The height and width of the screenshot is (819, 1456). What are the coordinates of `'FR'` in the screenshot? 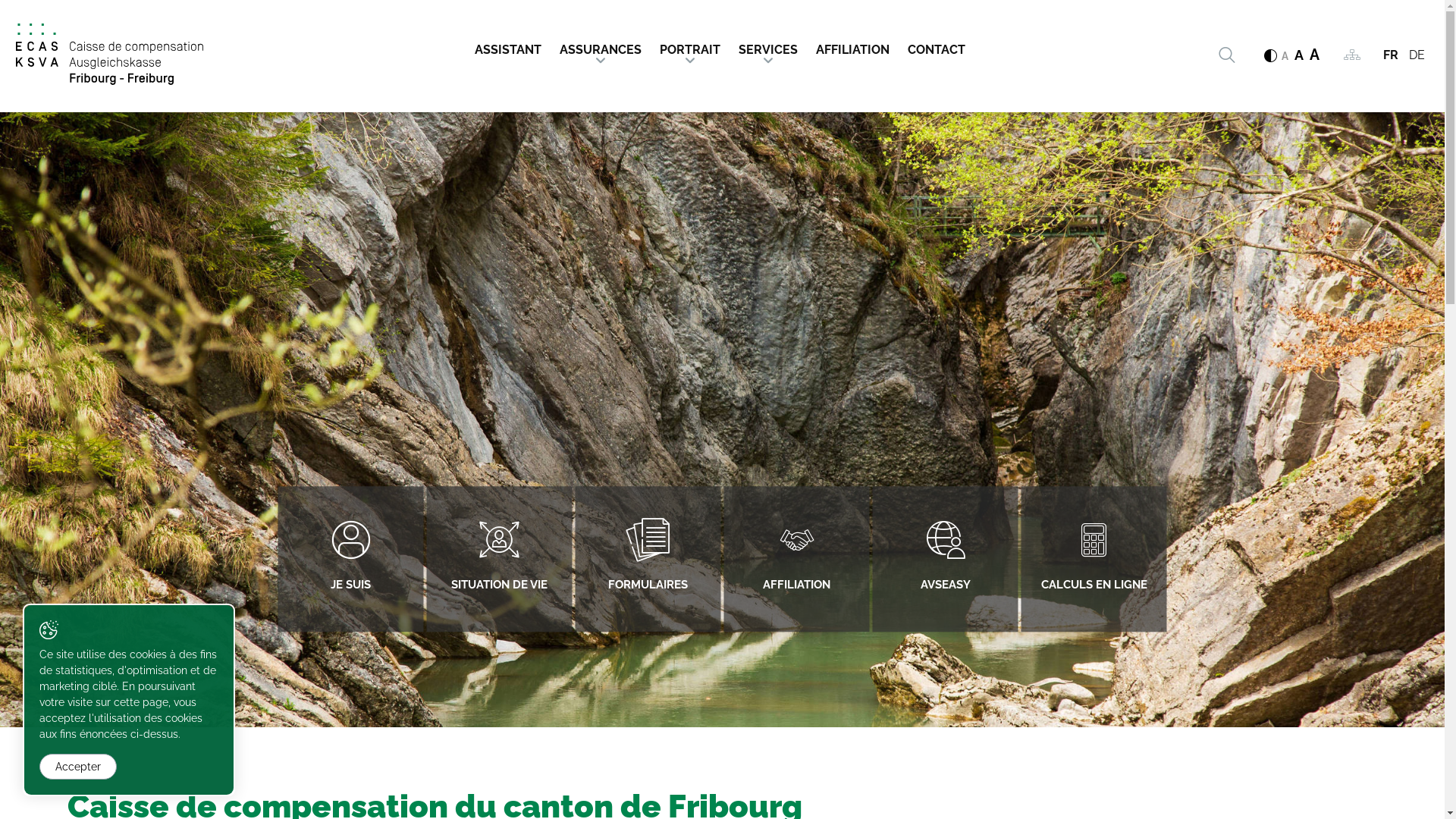 It's located at (1390, 54).